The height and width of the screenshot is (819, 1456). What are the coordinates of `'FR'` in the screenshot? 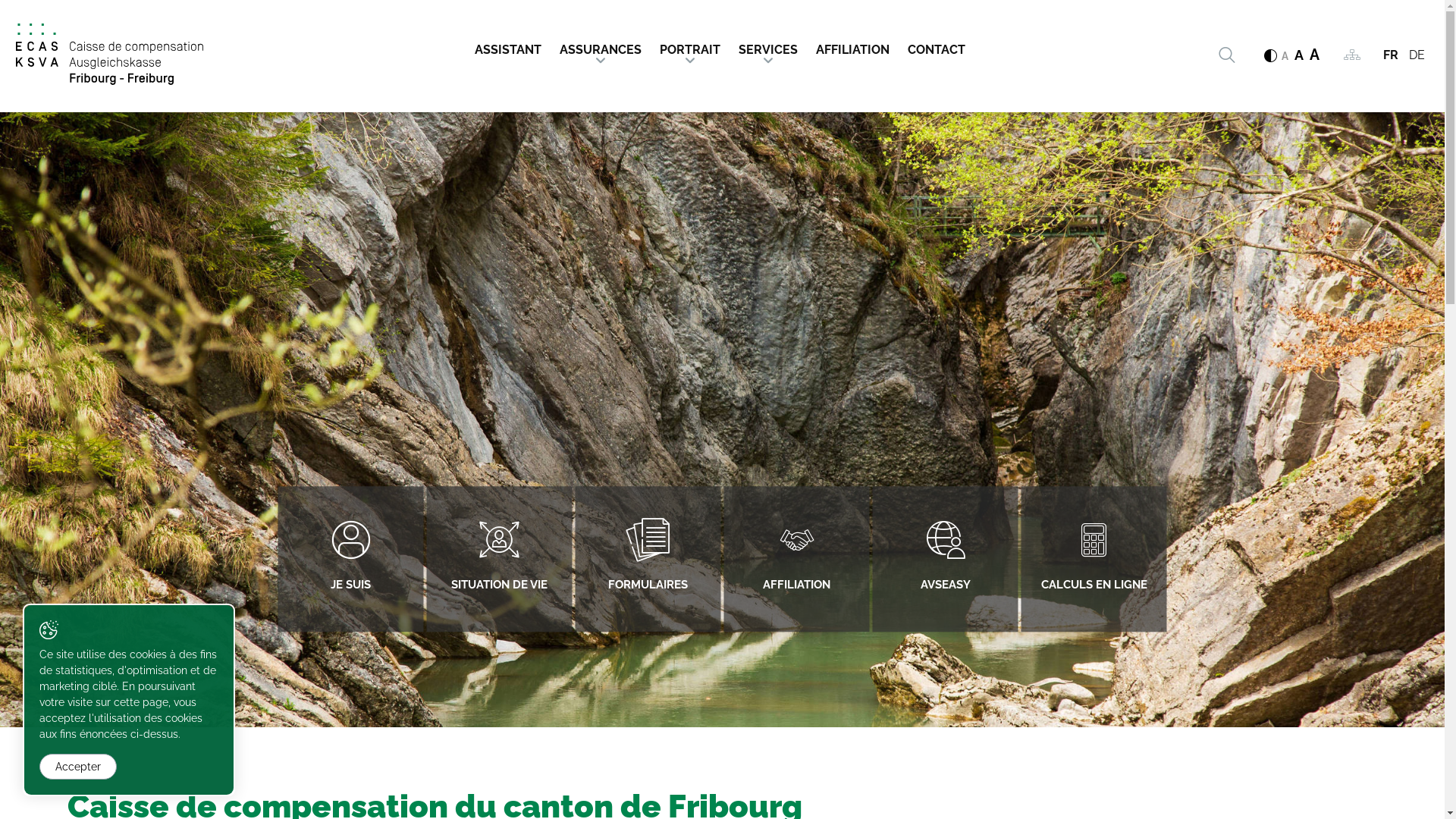 It's located at (1390, 54).